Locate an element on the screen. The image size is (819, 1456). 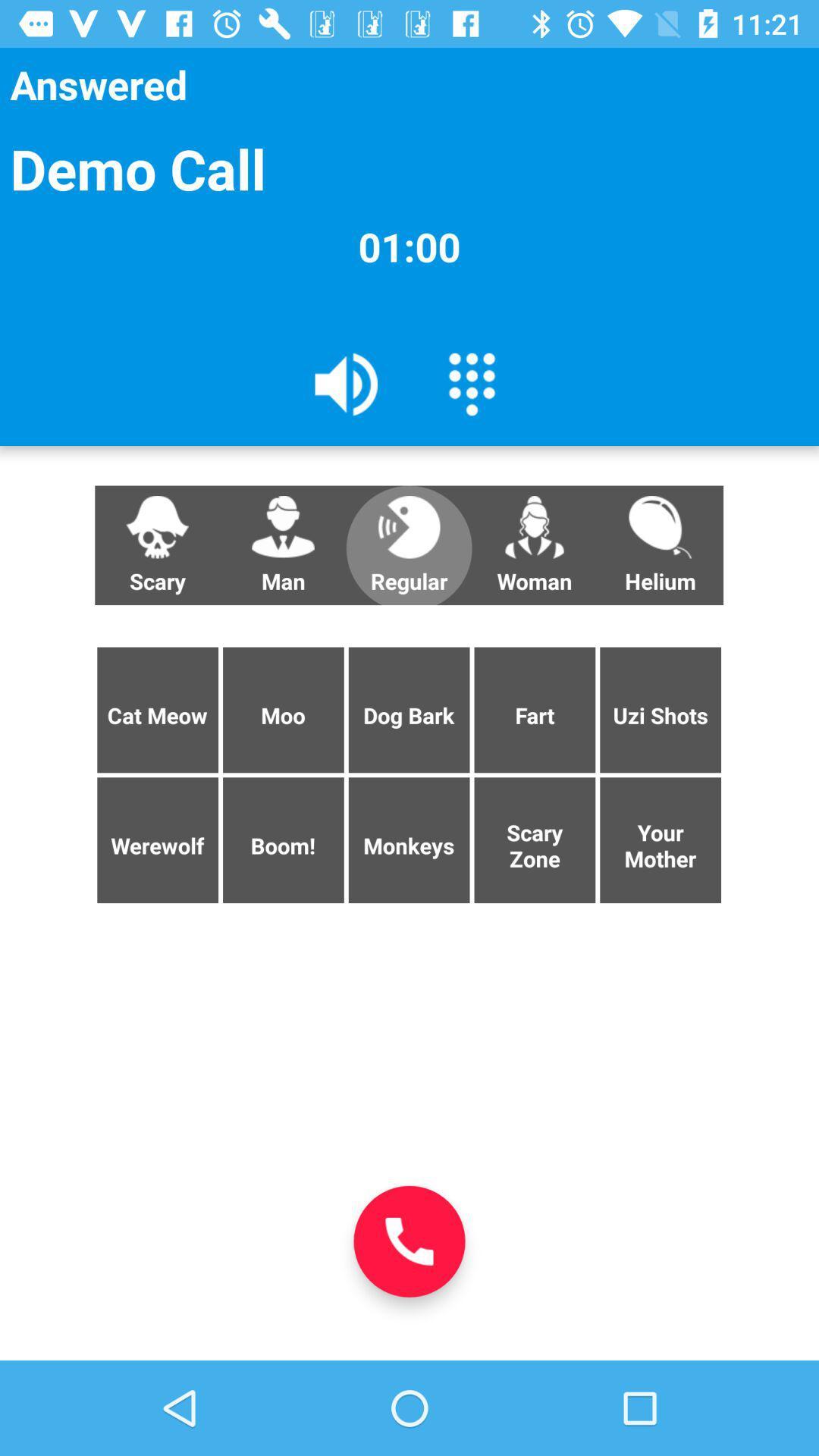
the man button is located at coordinates (283, 545).